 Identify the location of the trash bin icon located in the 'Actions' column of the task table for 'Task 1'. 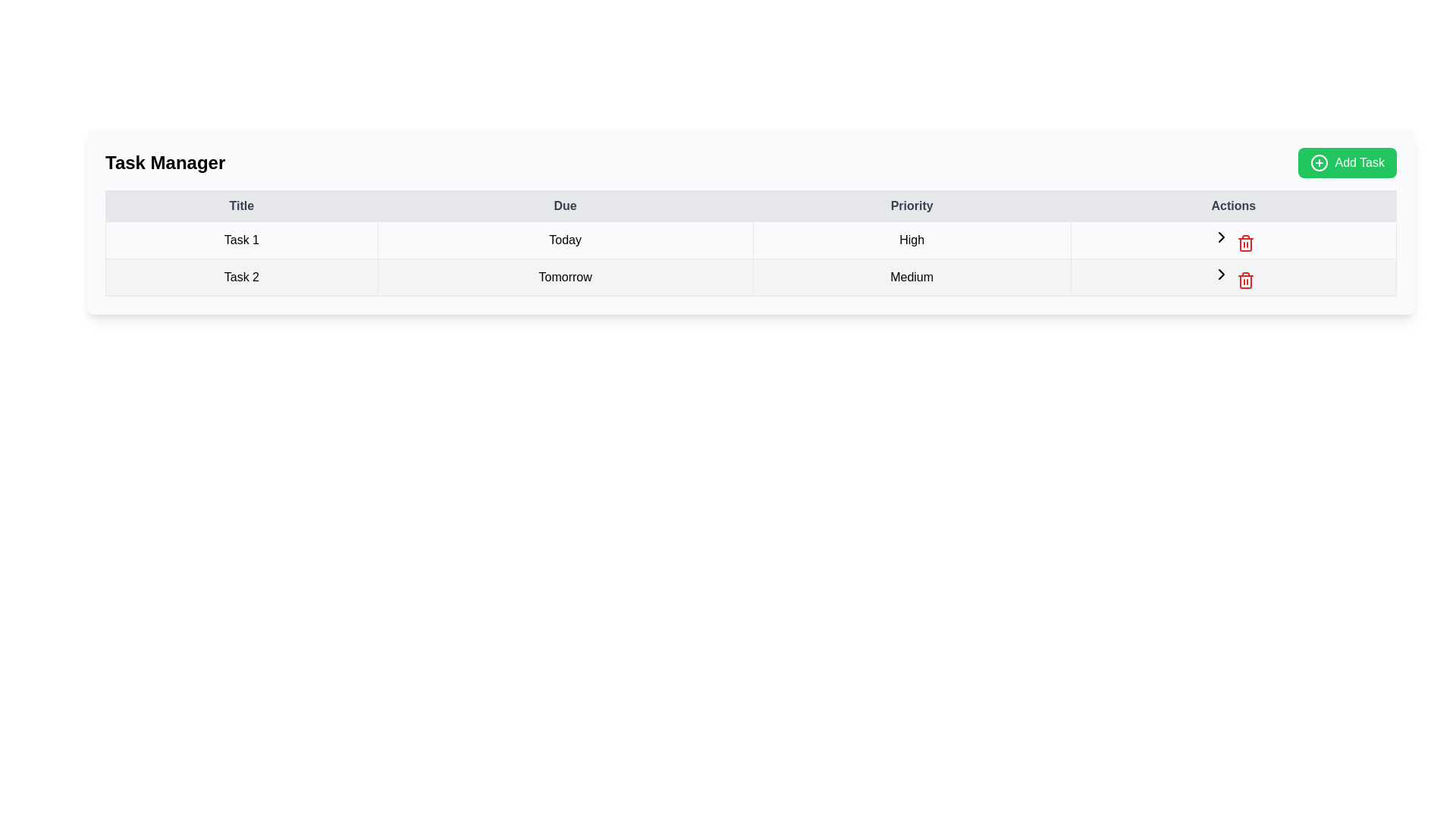
(1233, 239).